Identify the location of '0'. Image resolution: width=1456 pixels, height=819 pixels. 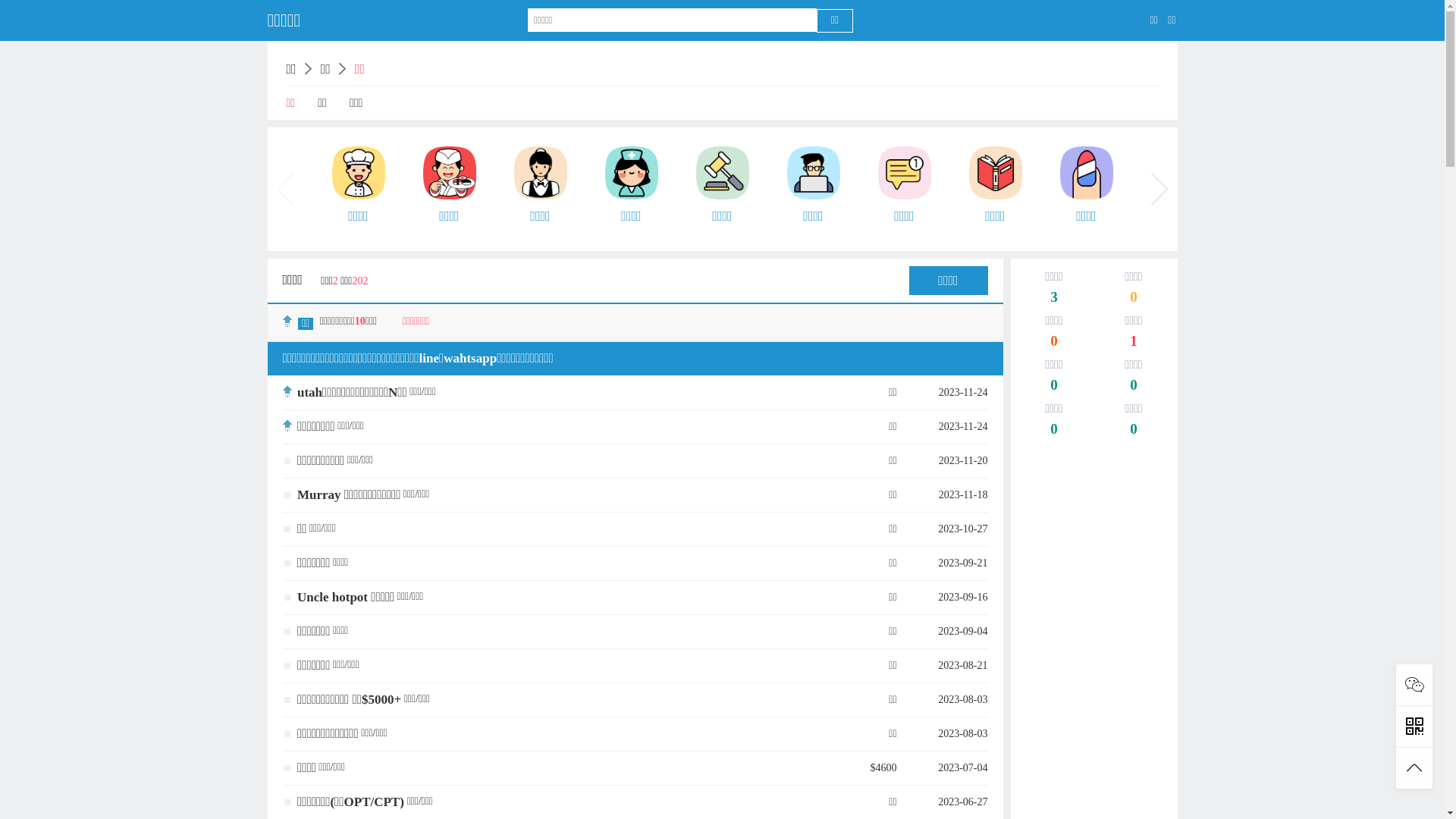
(1133, 430).